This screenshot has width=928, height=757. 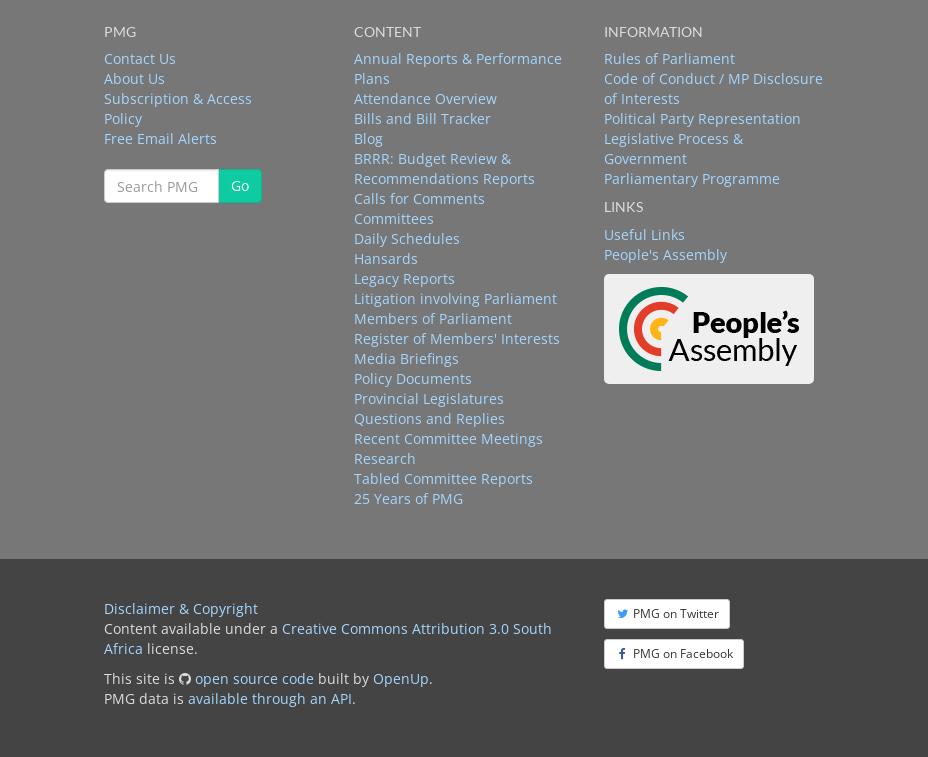 I want to click on 'license.', so click(x=170, y=647).